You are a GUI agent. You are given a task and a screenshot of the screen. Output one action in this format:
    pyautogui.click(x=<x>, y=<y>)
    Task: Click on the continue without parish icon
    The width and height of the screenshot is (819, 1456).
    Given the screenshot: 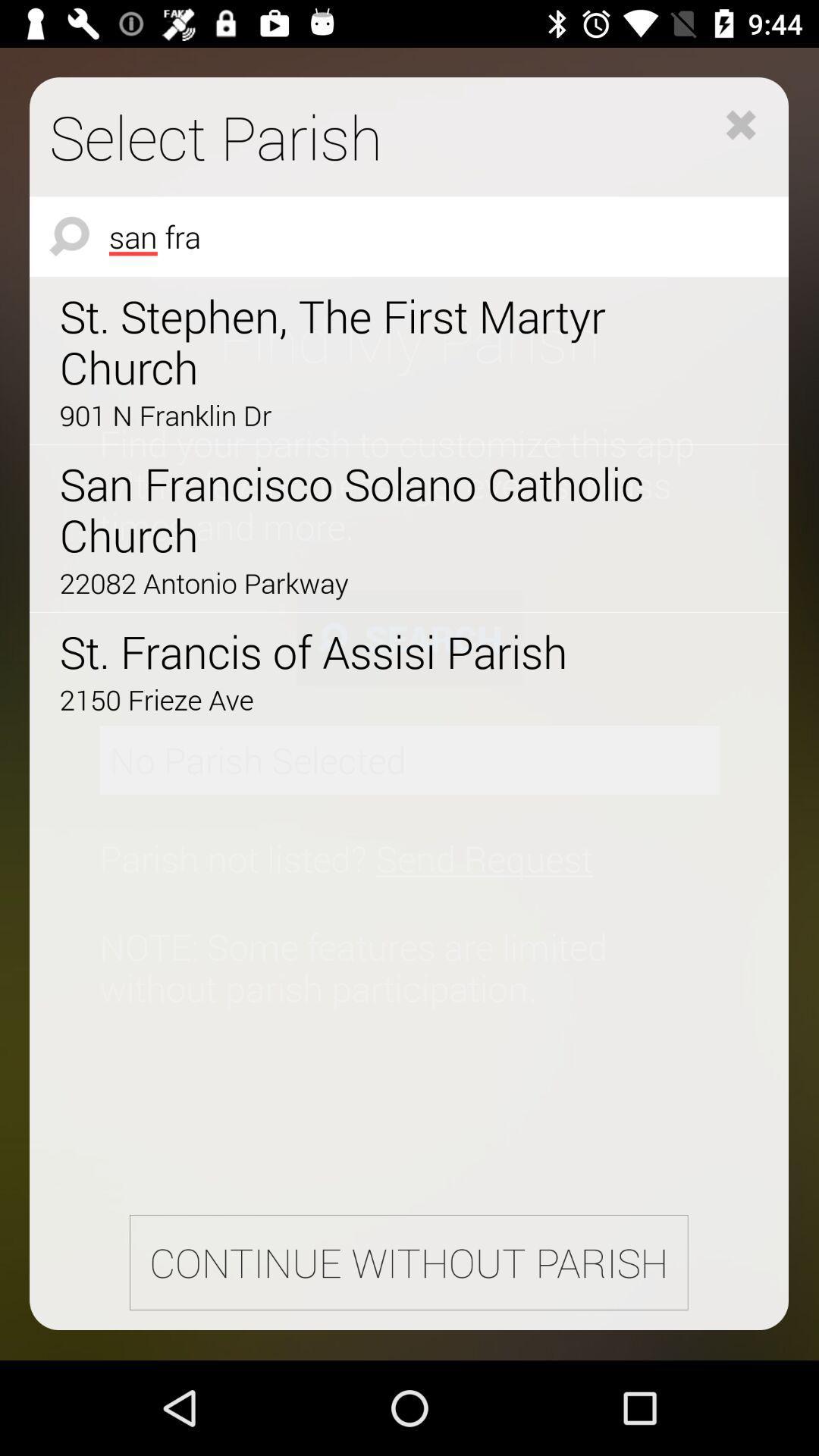 What is the action you would take?
    pyautogui.click(x=408, y=1263)
    